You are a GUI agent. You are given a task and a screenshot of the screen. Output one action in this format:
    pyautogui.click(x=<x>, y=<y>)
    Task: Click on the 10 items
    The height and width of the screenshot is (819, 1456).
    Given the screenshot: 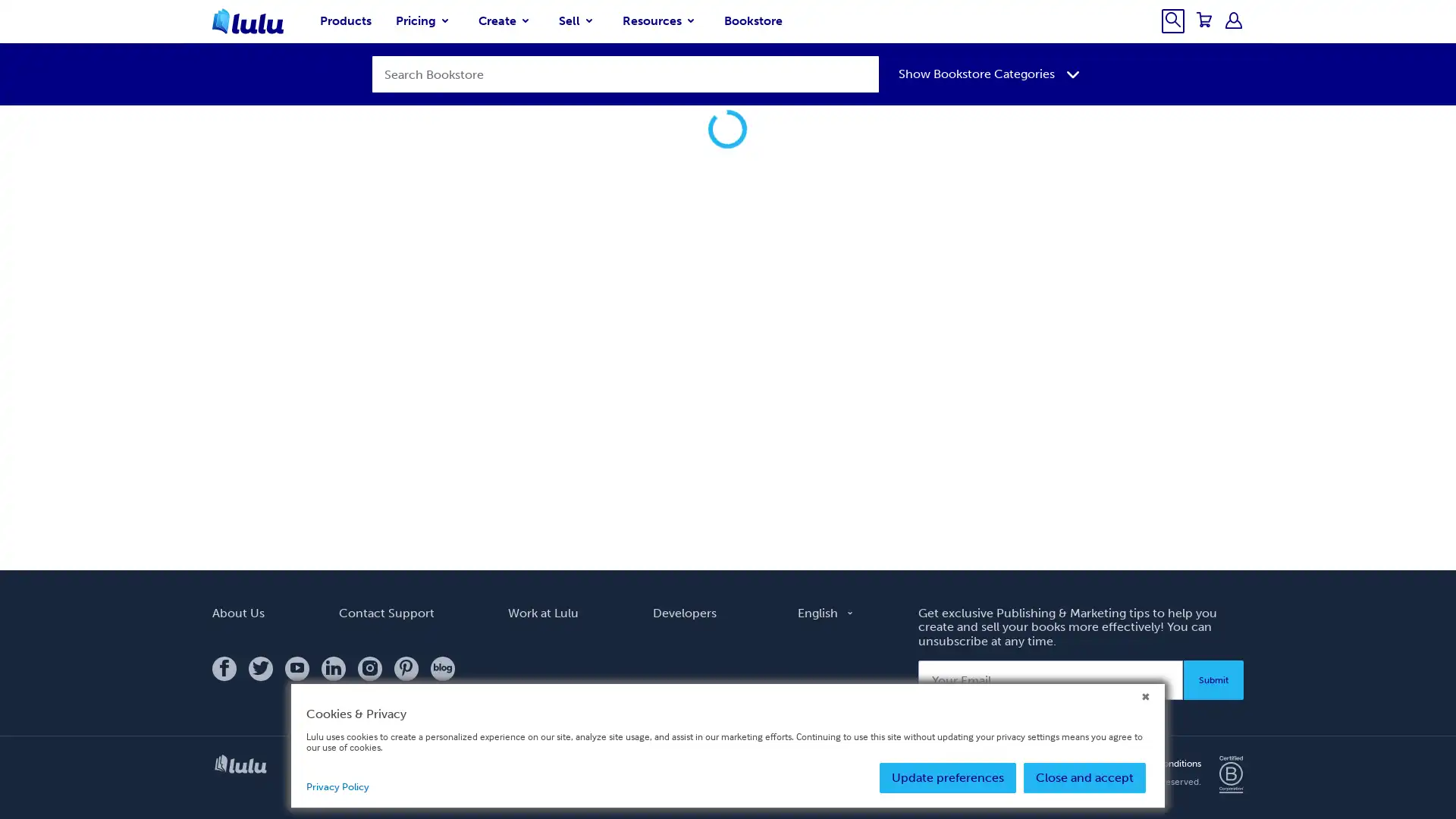 What is the action you would take?
    pyautogui.click(x=520, y=472)
    